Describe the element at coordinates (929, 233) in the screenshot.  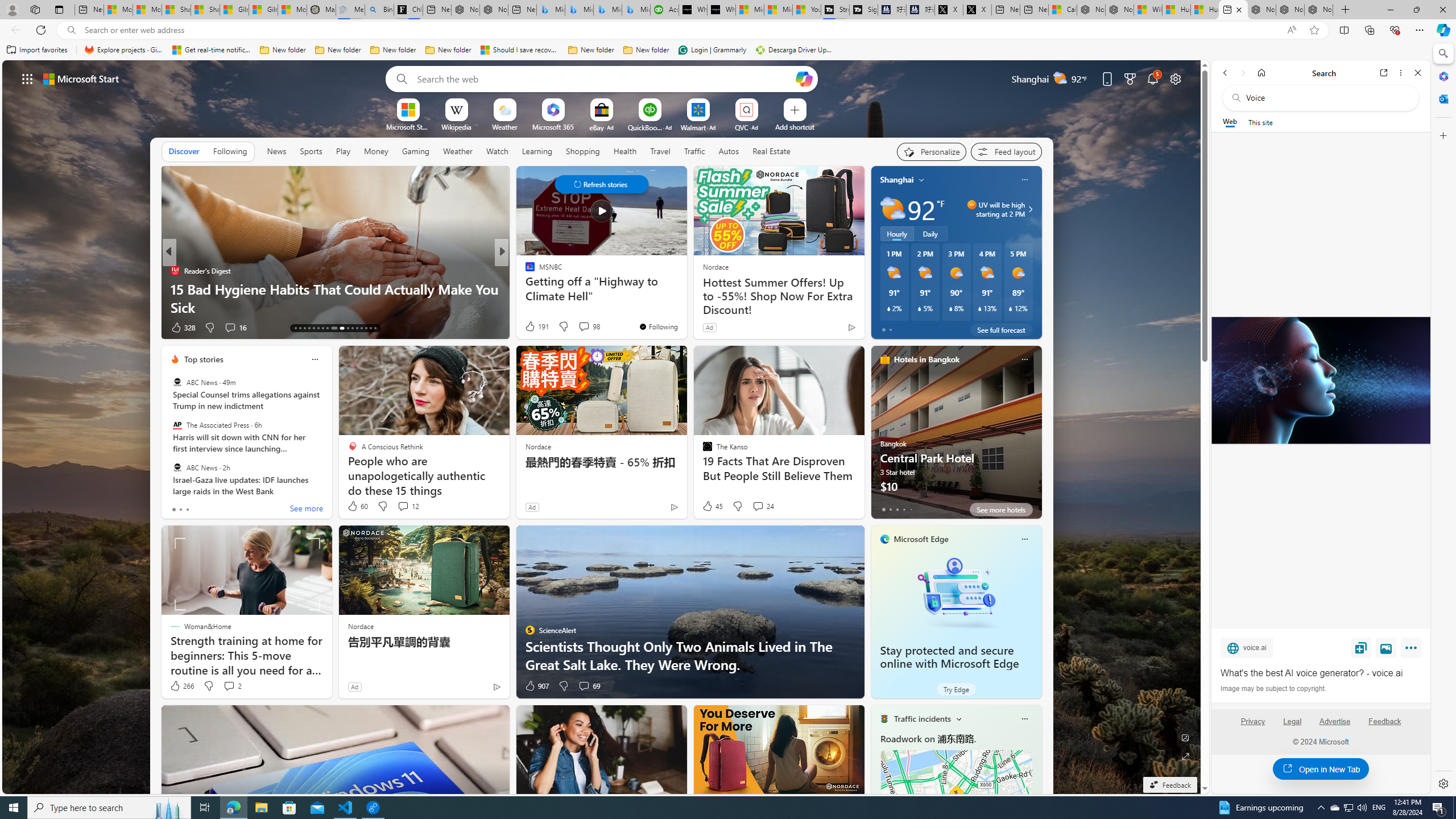
I see `'Daily'` at that location.